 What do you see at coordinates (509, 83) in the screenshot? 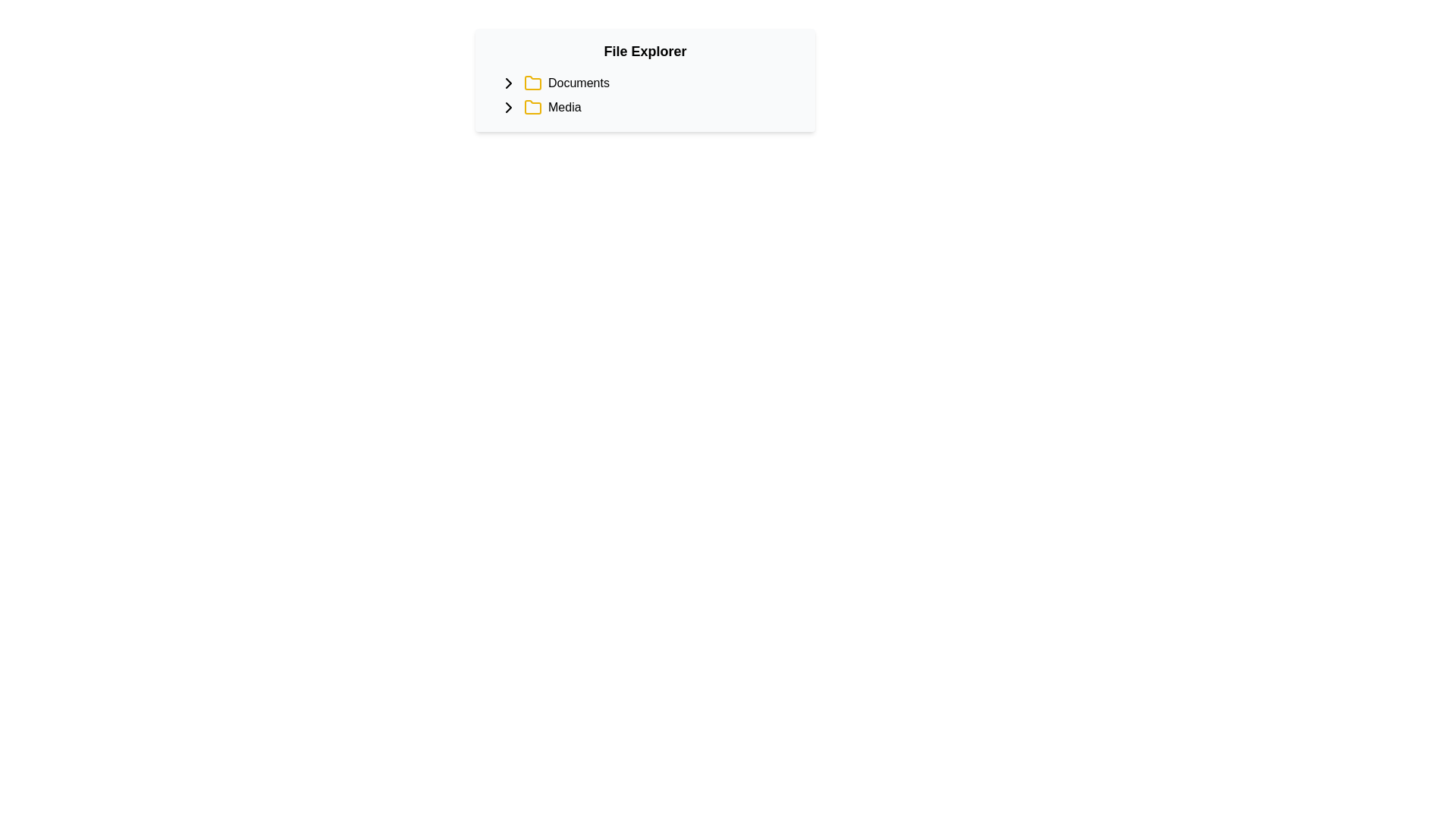
I see `the expandable arrow icon button located to the left of the 'Documents' label` at bounding box center [509, 83].